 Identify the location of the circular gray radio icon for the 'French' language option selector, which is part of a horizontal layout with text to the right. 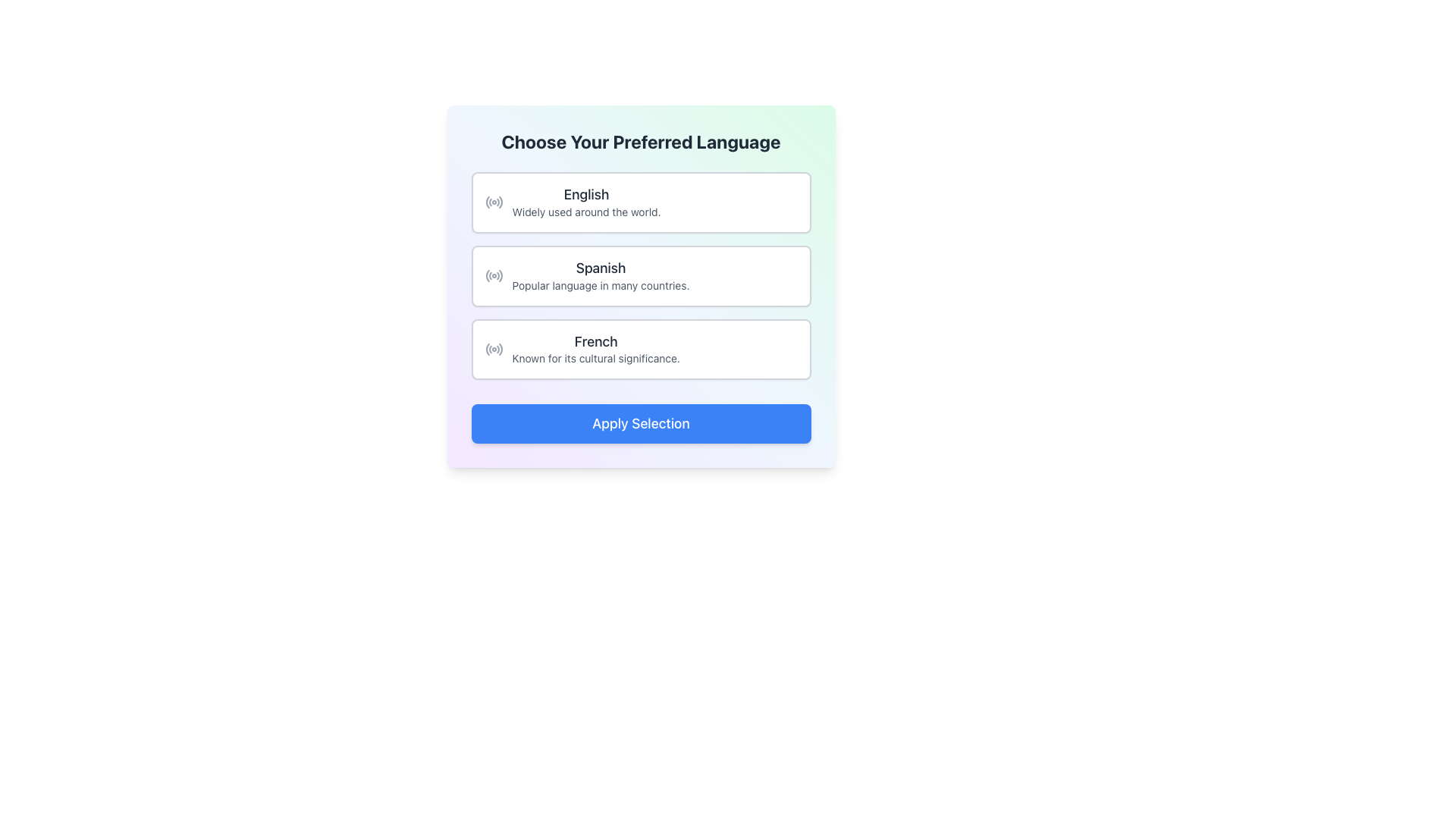
(494, 349).